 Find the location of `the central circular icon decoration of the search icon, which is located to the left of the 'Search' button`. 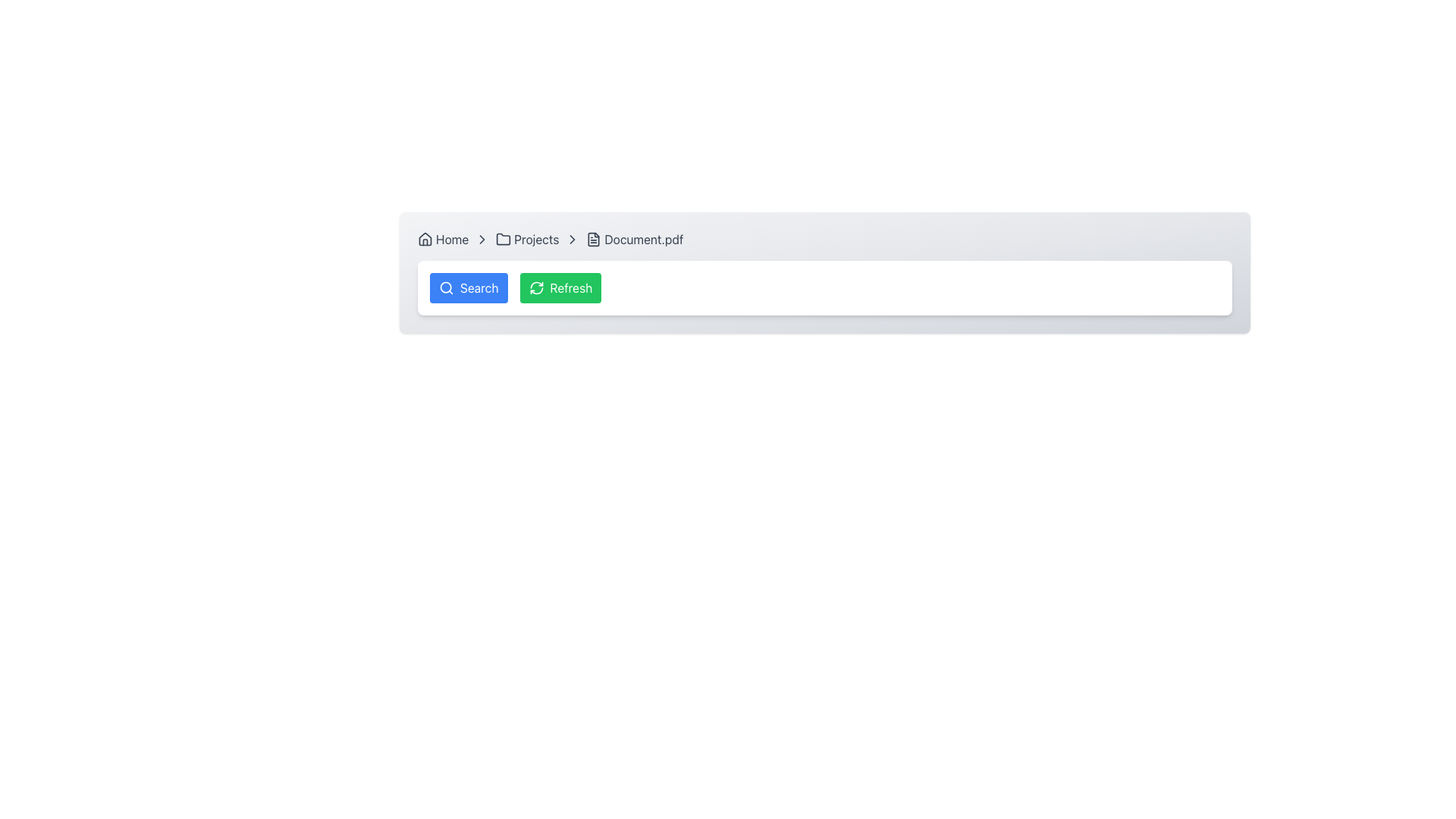

the central circular icon decoration of the search icon, which is located to the left of the 'Search' button is located at coordinates (445, 287).